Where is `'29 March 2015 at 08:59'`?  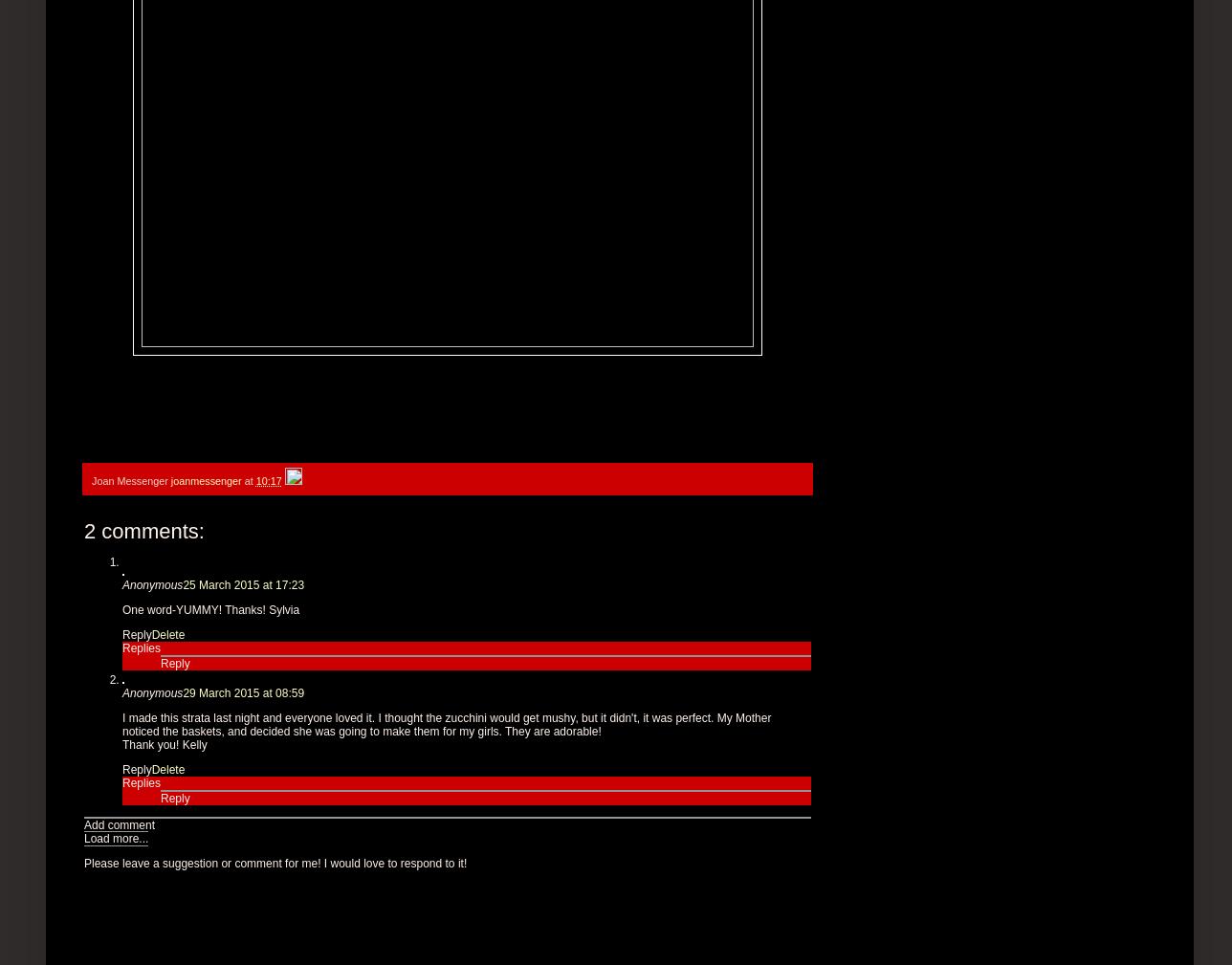
'29 March 2015 at 08:59' is located at coordinates (243, 691).